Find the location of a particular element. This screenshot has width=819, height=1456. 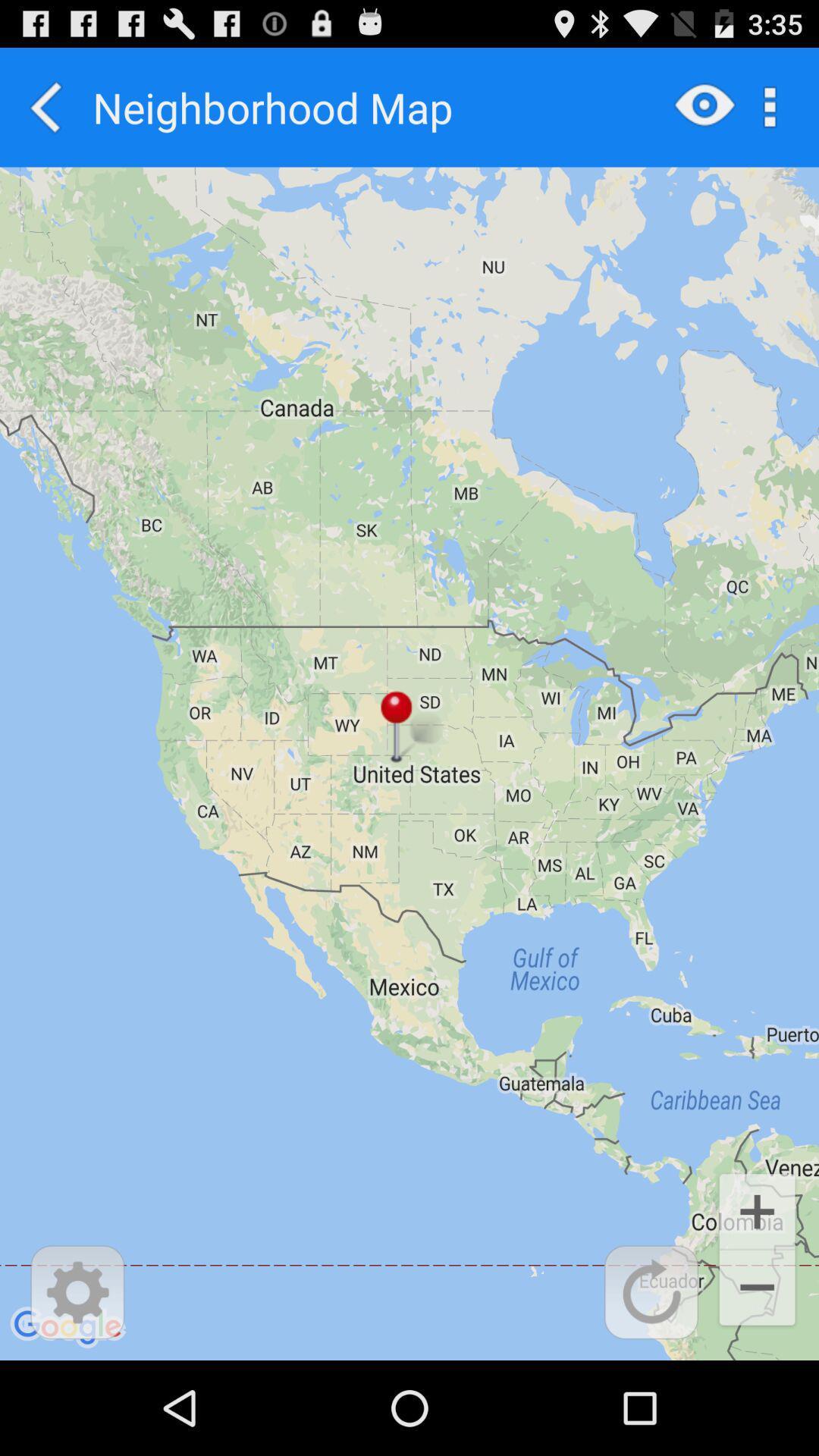

the add icon is located at coordinates (757, 1294).